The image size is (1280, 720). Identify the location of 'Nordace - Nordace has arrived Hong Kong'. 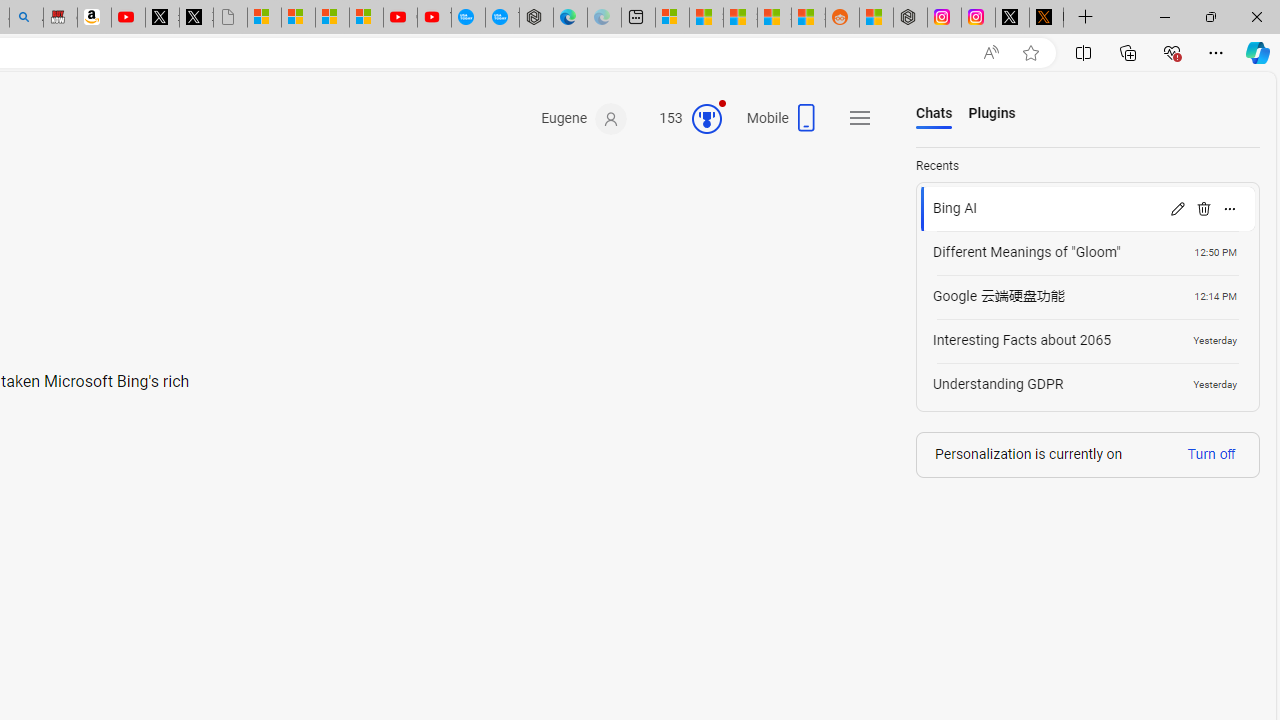
(536, 17).